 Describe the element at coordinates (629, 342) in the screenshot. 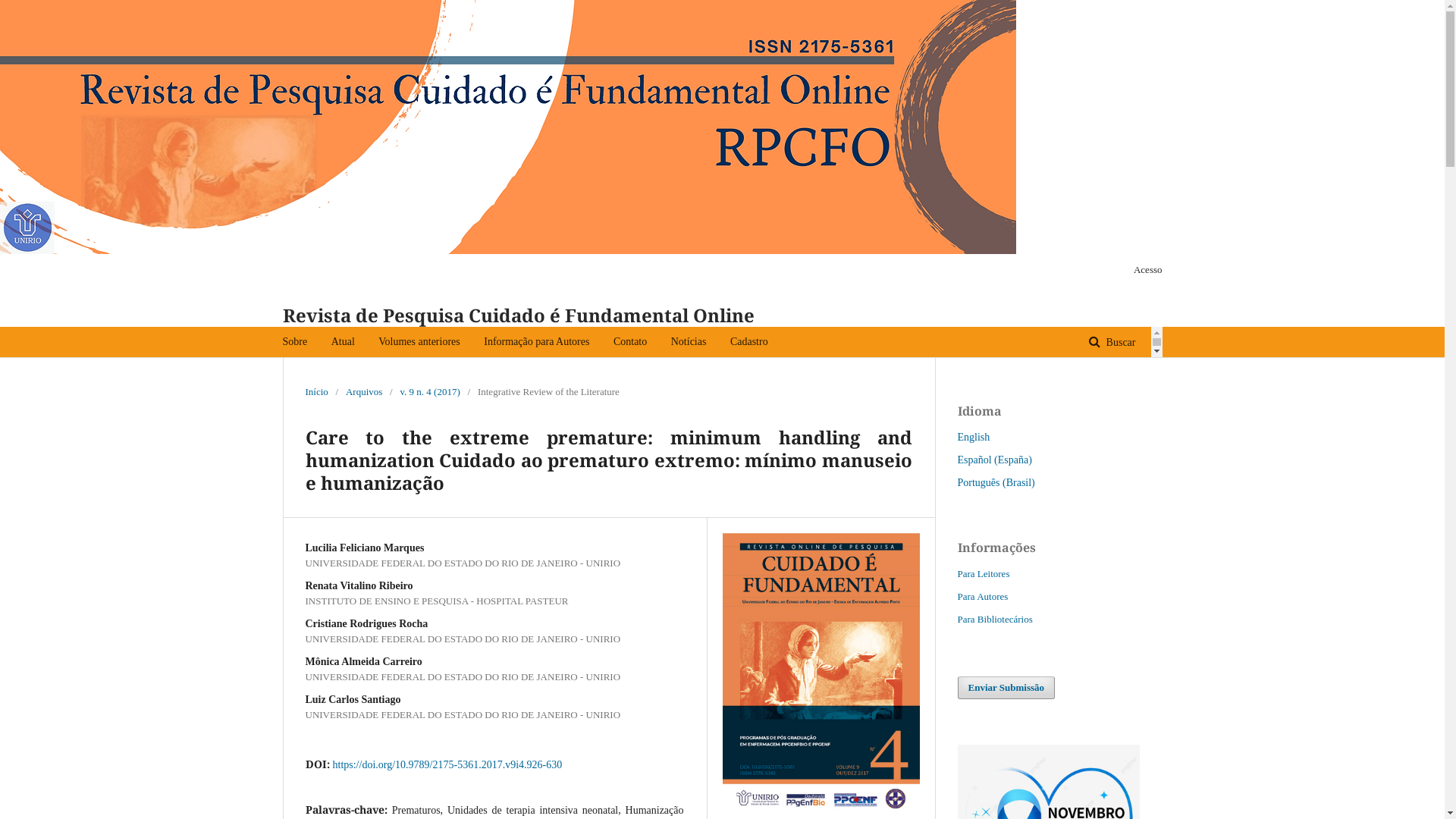

I see `'Contato'` at that location.